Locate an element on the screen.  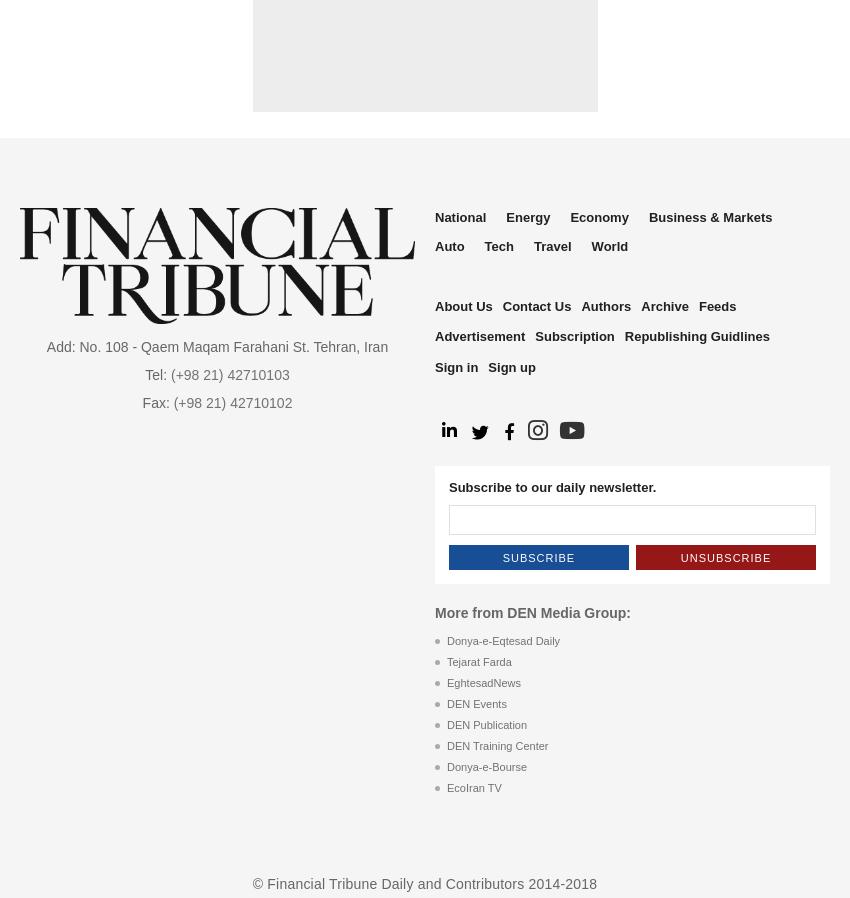
'Tel:' is located at coordinates (145, 374).